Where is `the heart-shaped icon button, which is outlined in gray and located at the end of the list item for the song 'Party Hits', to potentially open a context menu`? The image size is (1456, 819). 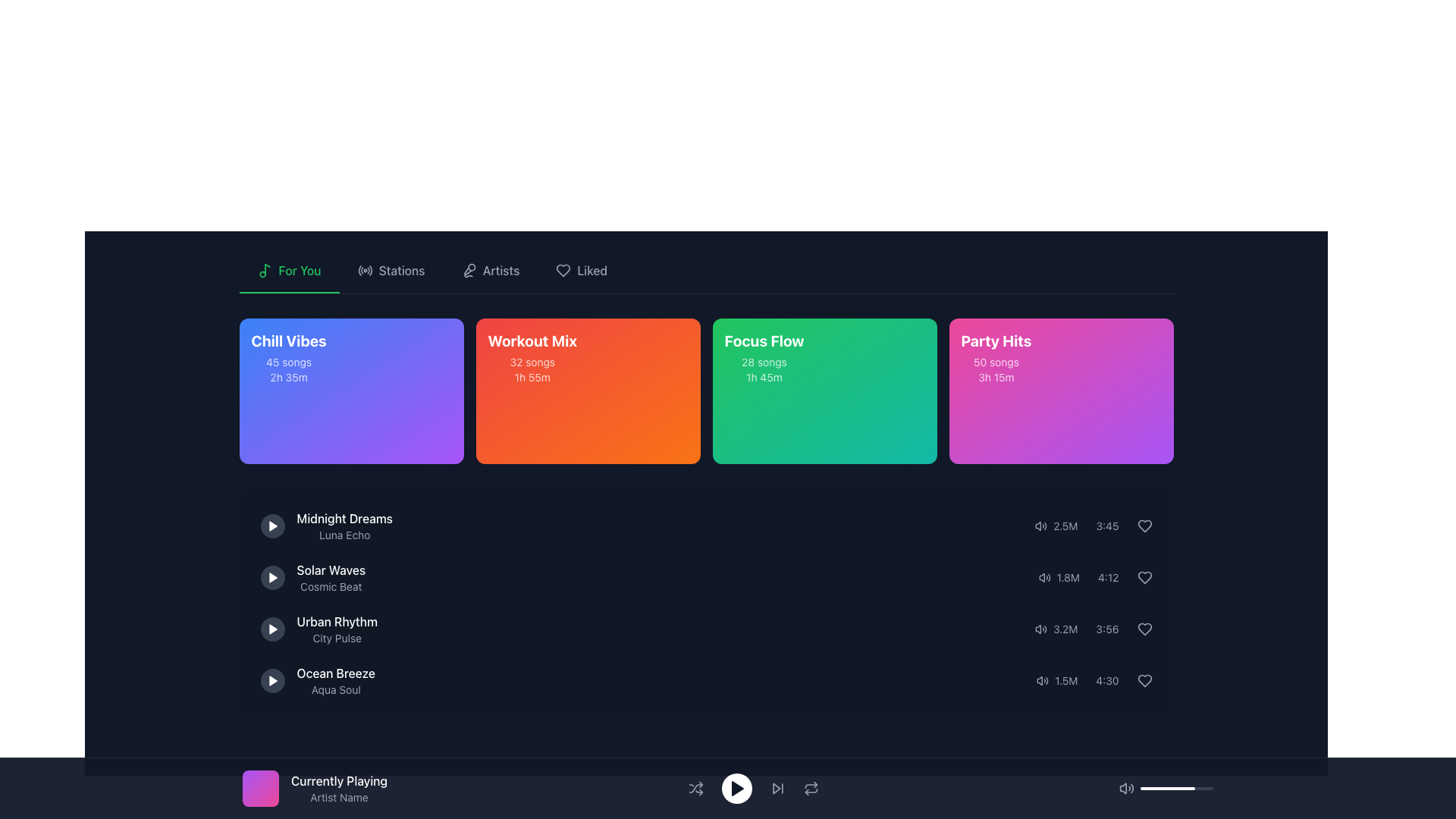
the heart-shaped icon button, which is outlined in gray and located at the end of the list item for the song 'Party Hits', to potentially open a context menu is located at coordinates (1144, 526).